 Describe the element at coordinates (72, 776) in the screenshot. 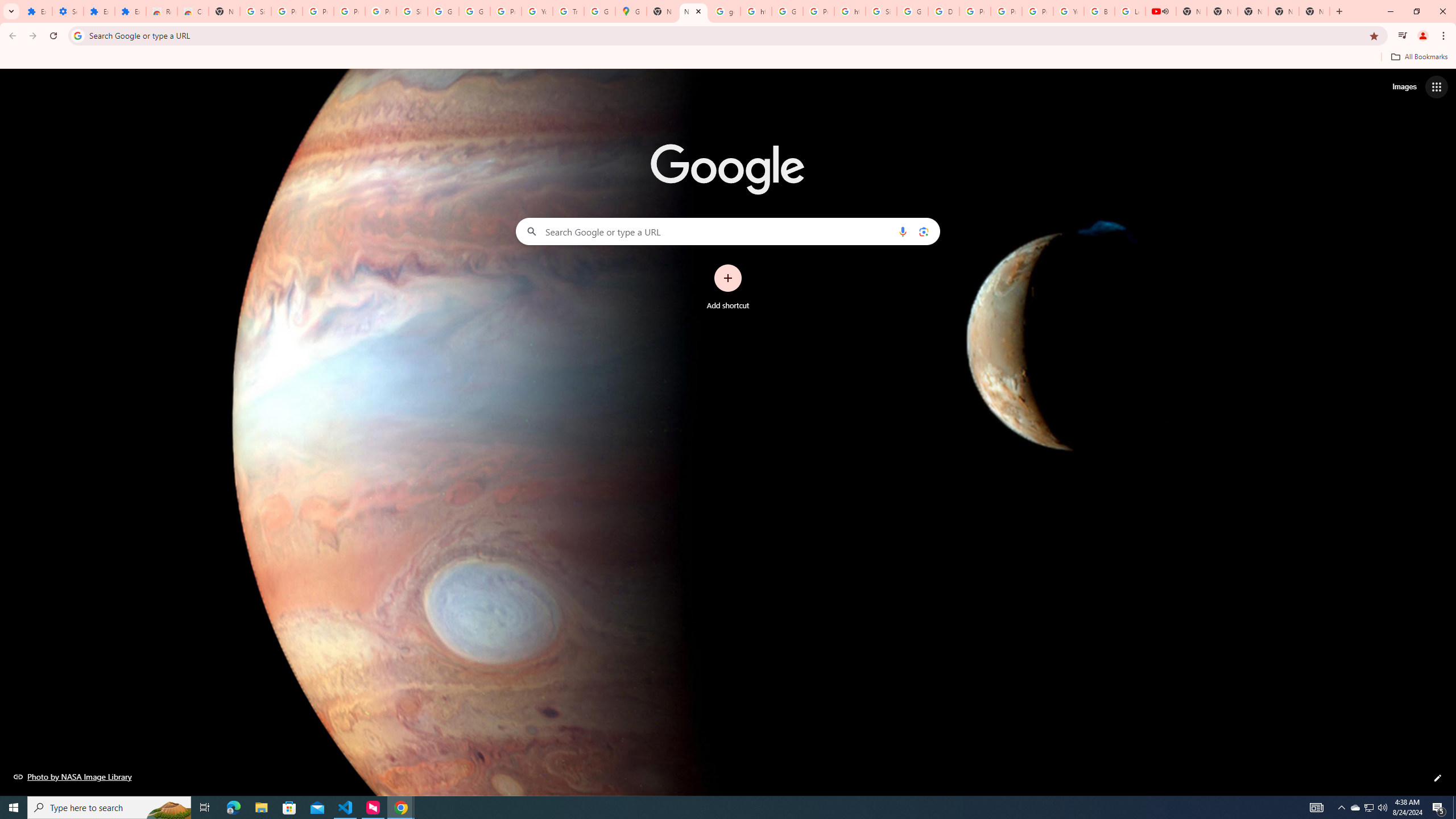

I see `'Photo by NASA Image Library'` at that location.